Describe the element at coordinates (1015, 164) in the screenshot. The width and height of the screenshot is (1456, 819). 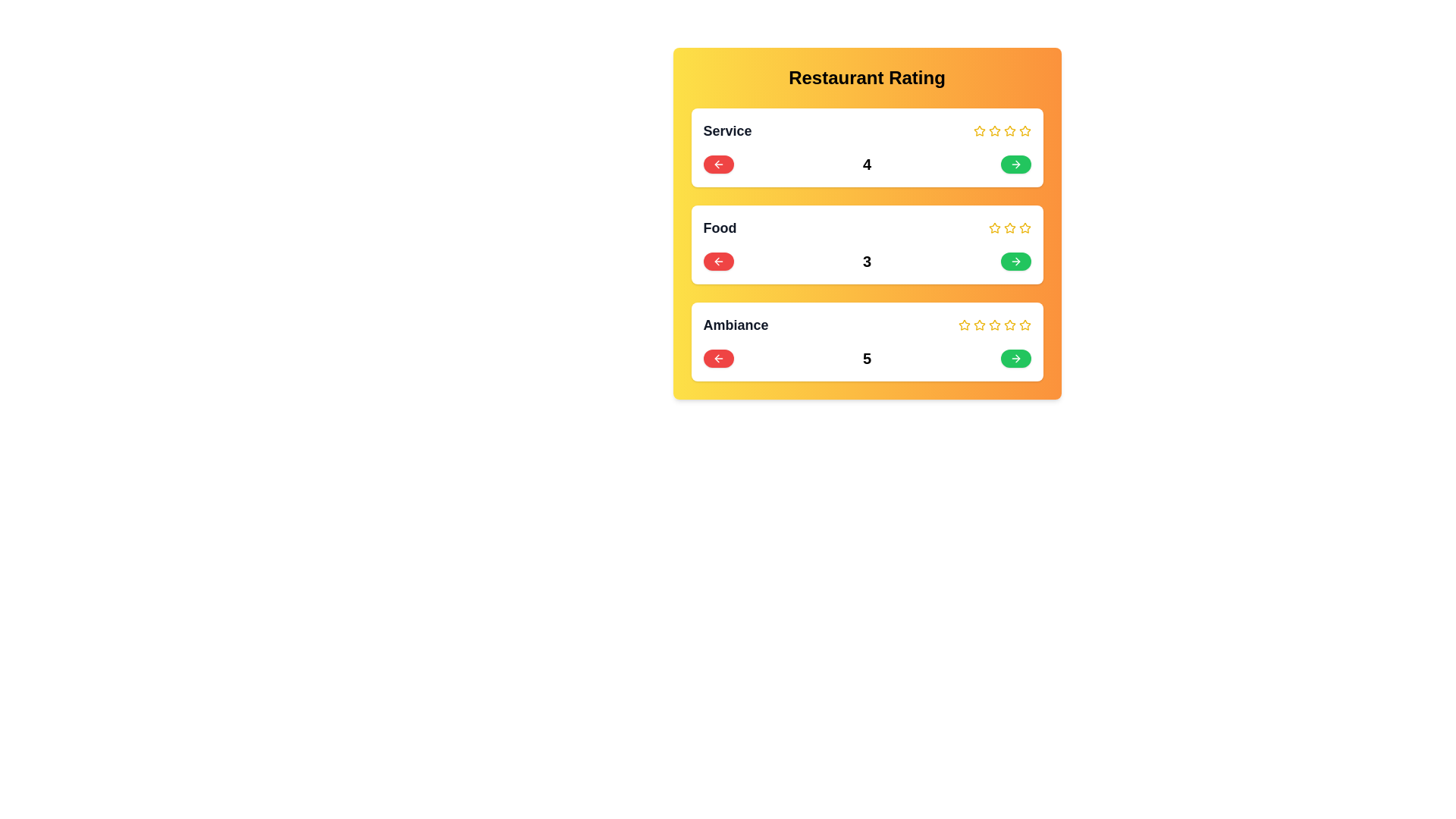
I see `the green button with white text and an arrow icon located in the first row of the 'Restaurant Rating' component under the 'Service' category to proceed` at that location.